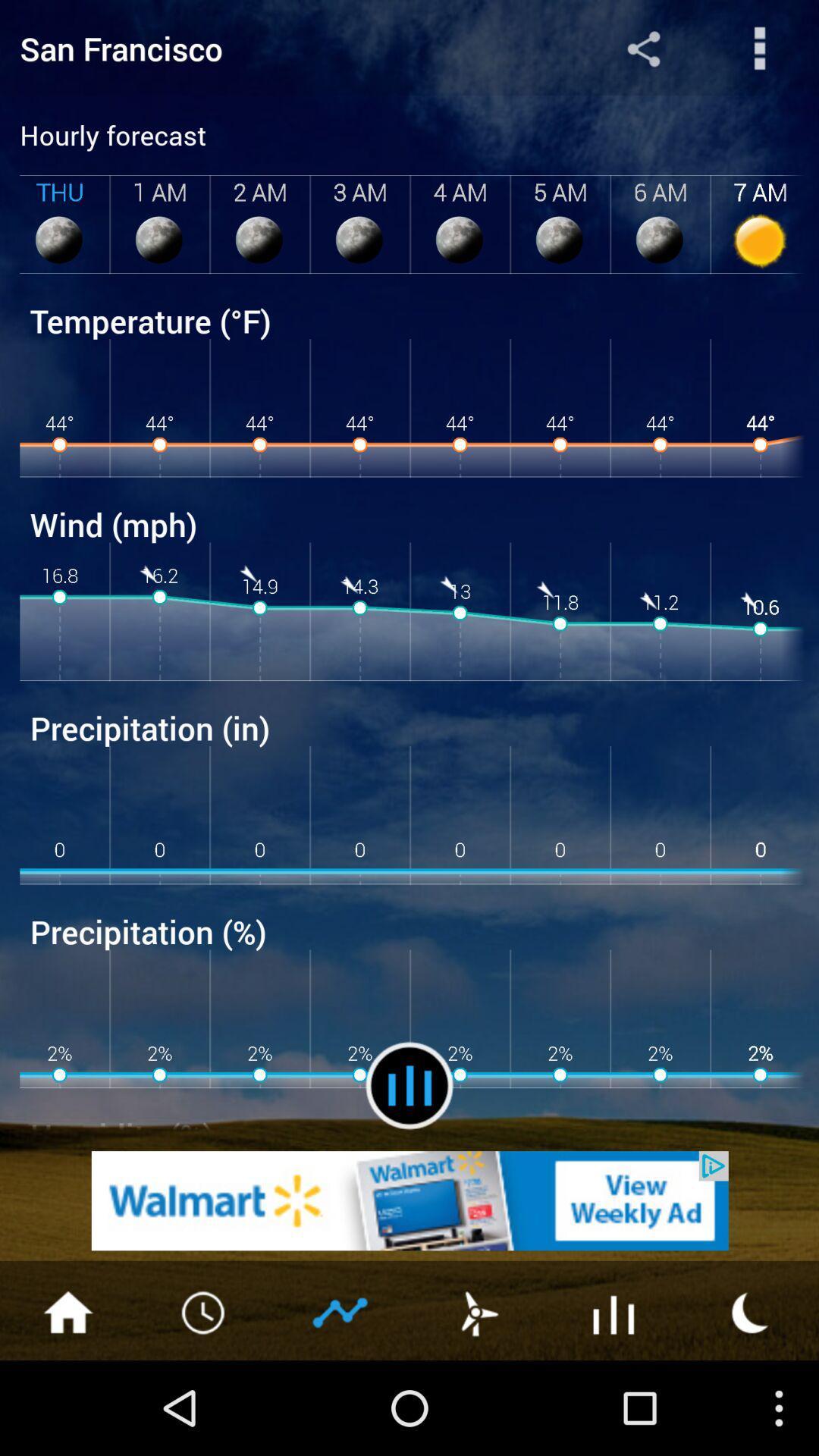  Describe the element at coordinates (476, 1402) in the screenshot. I see `the weather icon` at that location.